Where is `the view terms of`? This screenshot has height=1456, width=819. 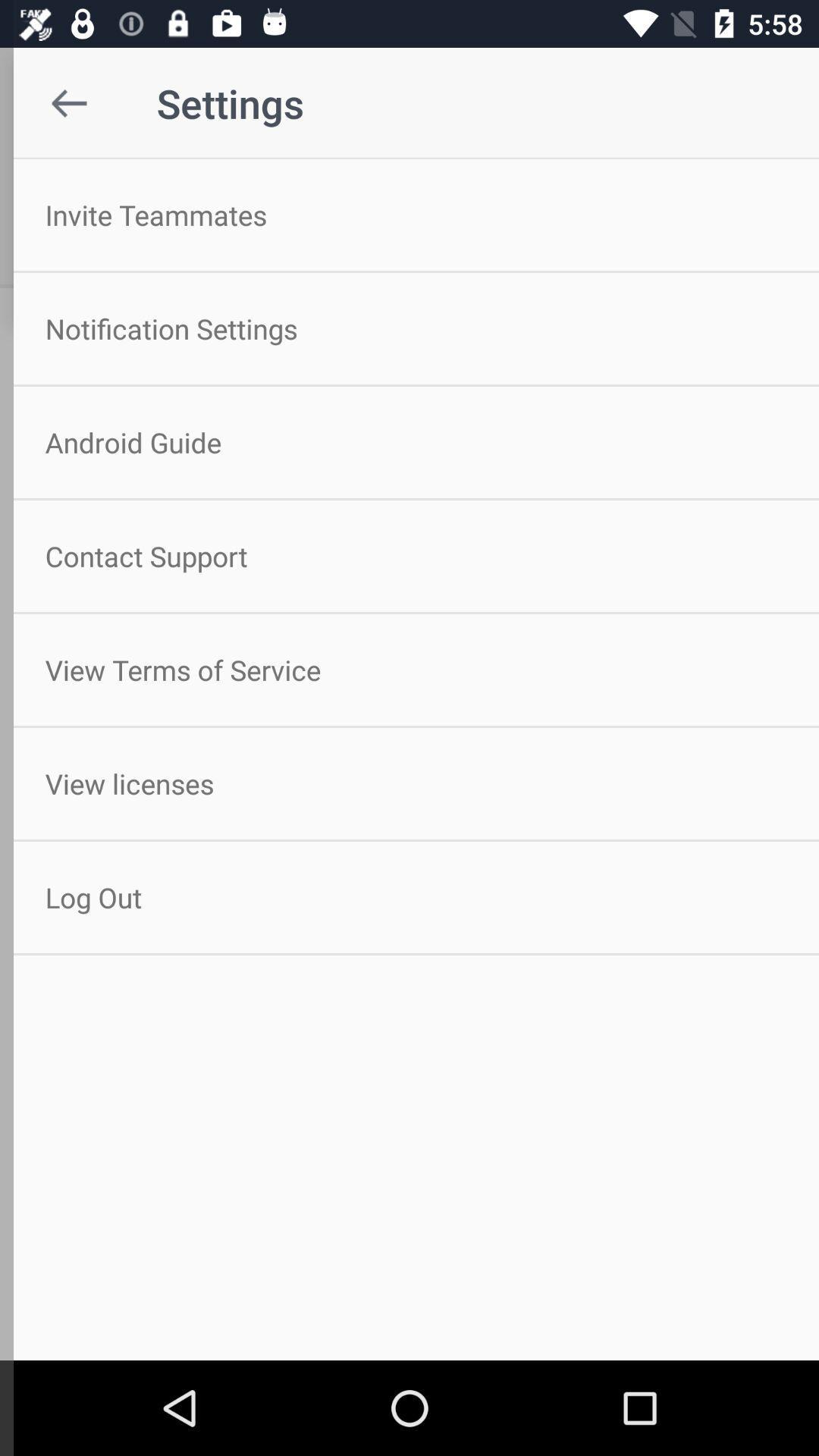
the view terms of is located at coordinates (409, 669).